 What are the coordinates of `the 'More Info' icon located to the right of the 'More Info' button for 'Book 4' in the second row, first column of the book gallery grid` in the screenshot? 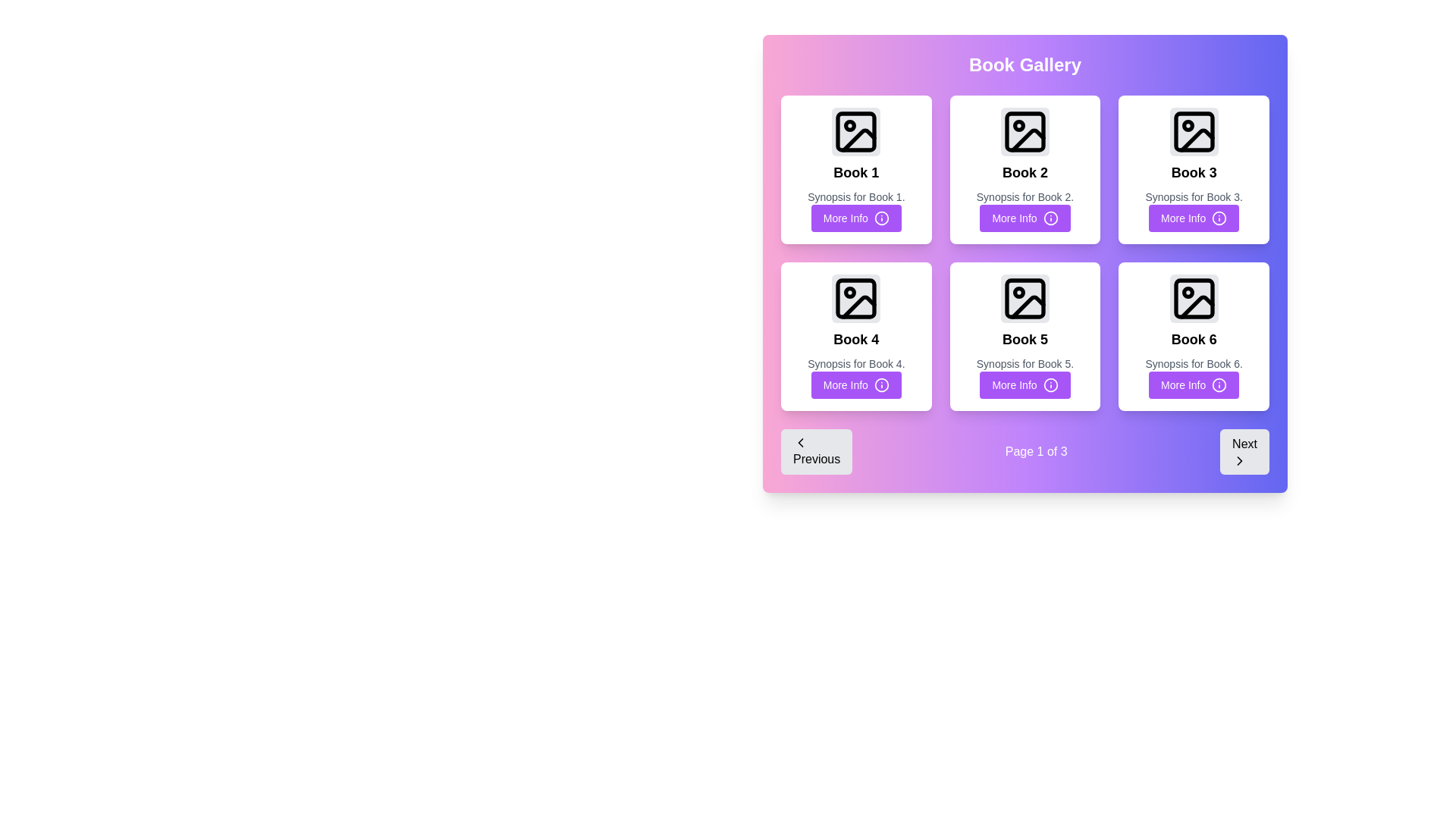 It's located at (881, 384).